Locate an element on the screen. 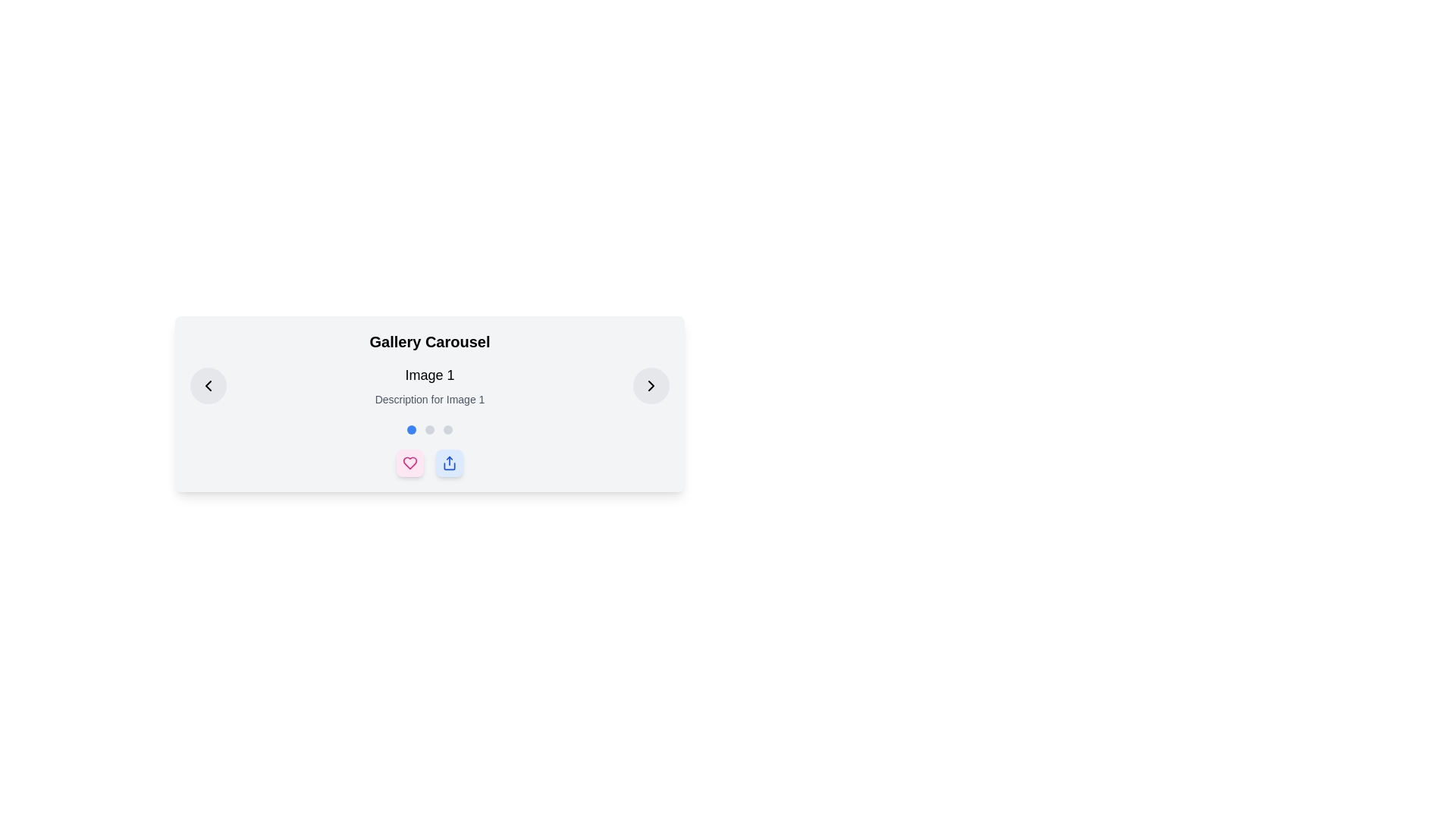 The height and width of the screenshot is (819, 1456). the carousel indicator dot located at the lower center of the white card titled 'Gallery Carousel', below the text 'Description for Image 1' is located at coordinates (428, 430).